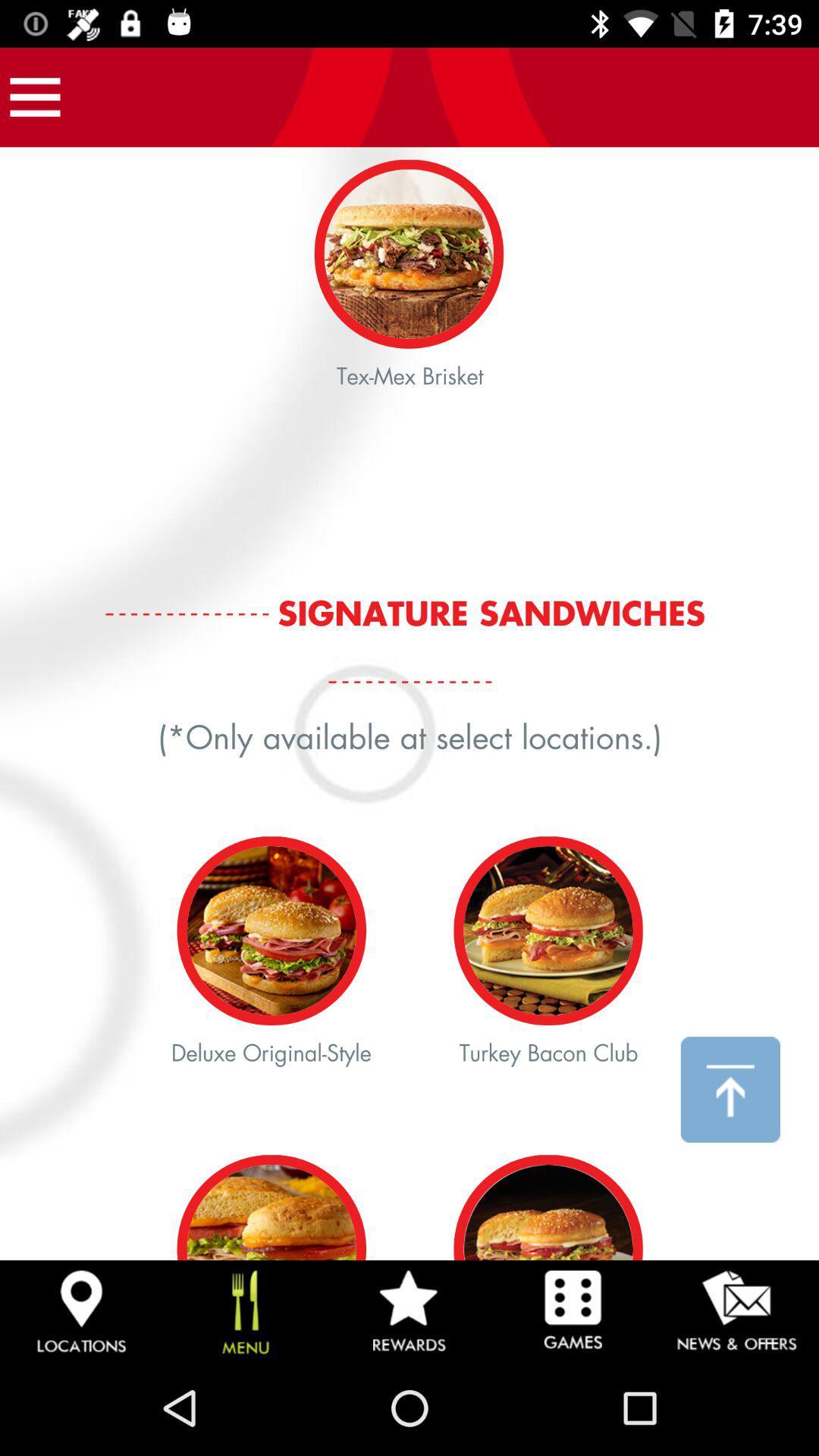 This screenshot has width=819, height=1456. I want to click on menu options, so click(34, 96).